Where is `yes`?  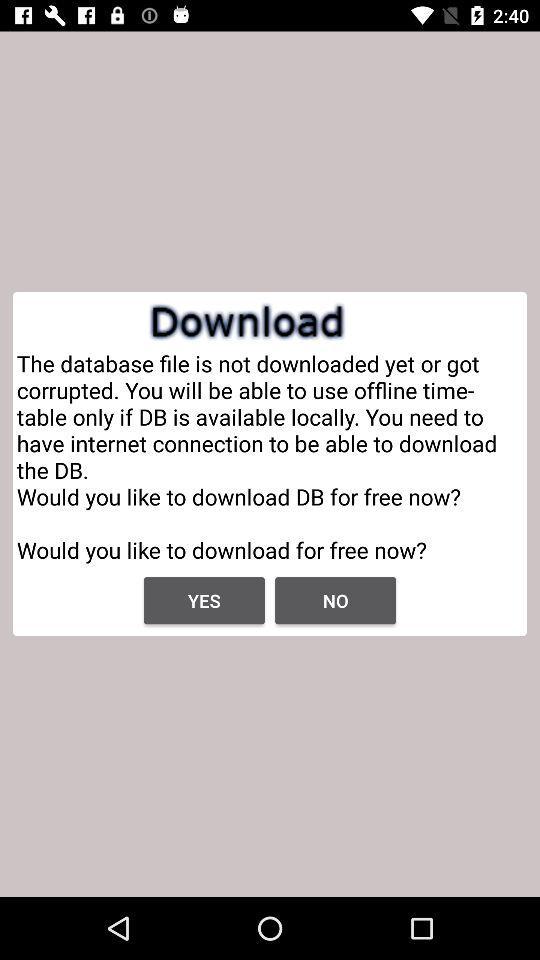 yes is located at coordinates (203, 600).